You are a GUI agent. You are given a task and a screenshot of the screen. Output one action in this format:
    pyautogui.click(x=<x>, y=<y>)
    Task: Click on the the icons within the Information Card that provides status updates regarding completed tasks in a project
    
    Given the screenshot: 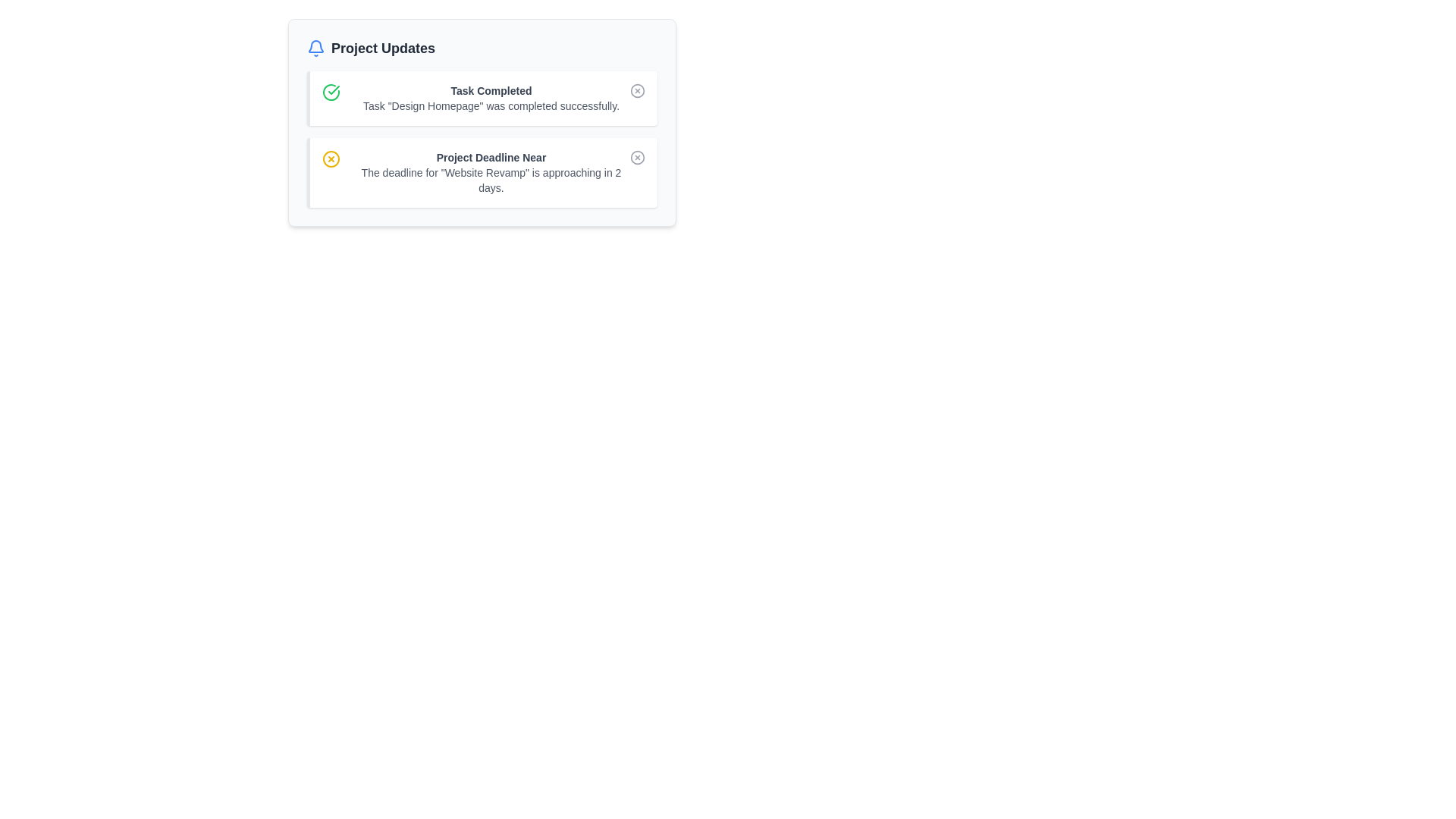 What is the action you would take?
    pyautogui.click(x=481, y=122)
    